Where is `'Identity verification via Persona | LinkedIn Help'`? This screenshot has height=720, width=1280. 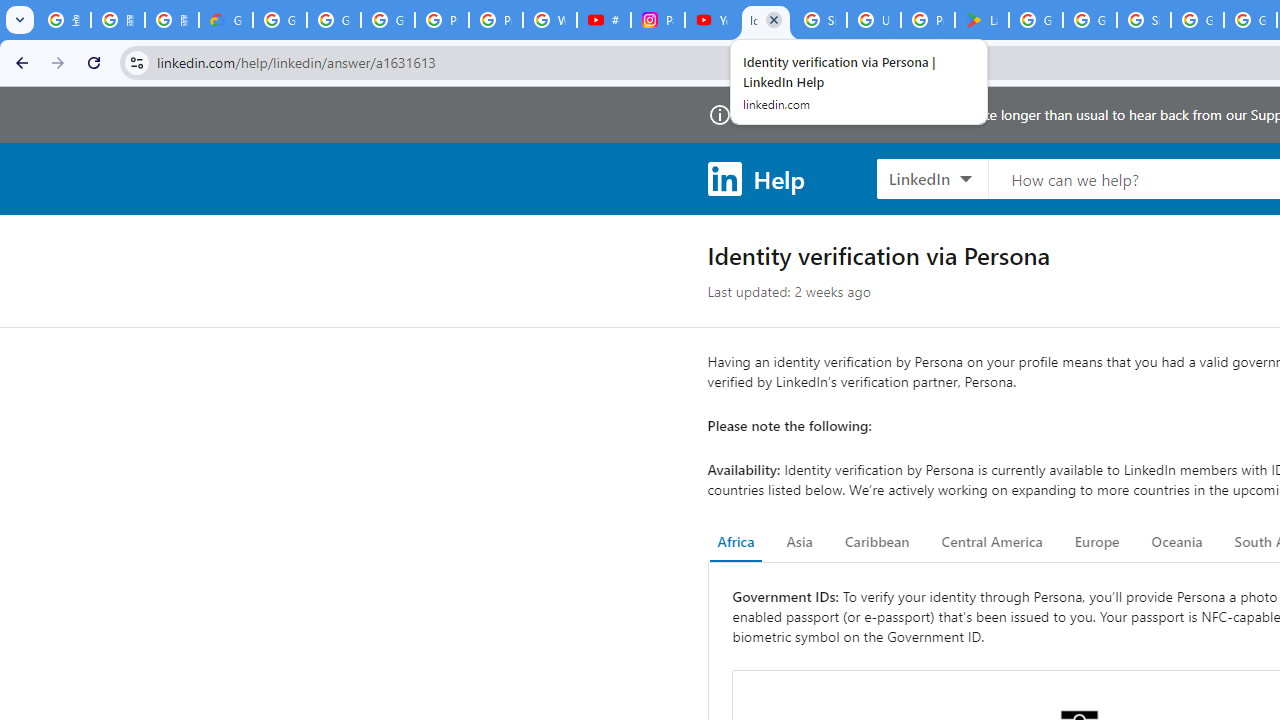
'Identity verification via Persona | LinkedIn Help' is located at coordinates (765, 20).